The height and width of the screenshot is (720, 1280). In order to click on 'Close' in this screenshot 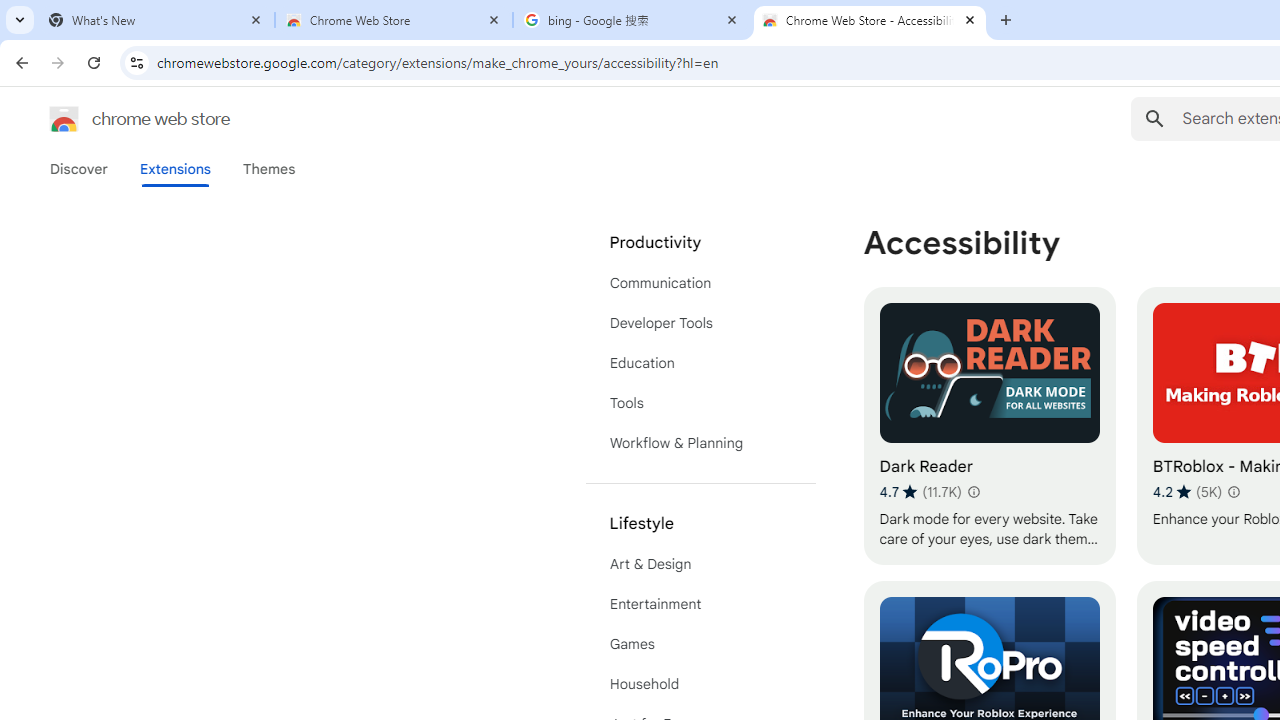, I will do `click(970, 19)`.